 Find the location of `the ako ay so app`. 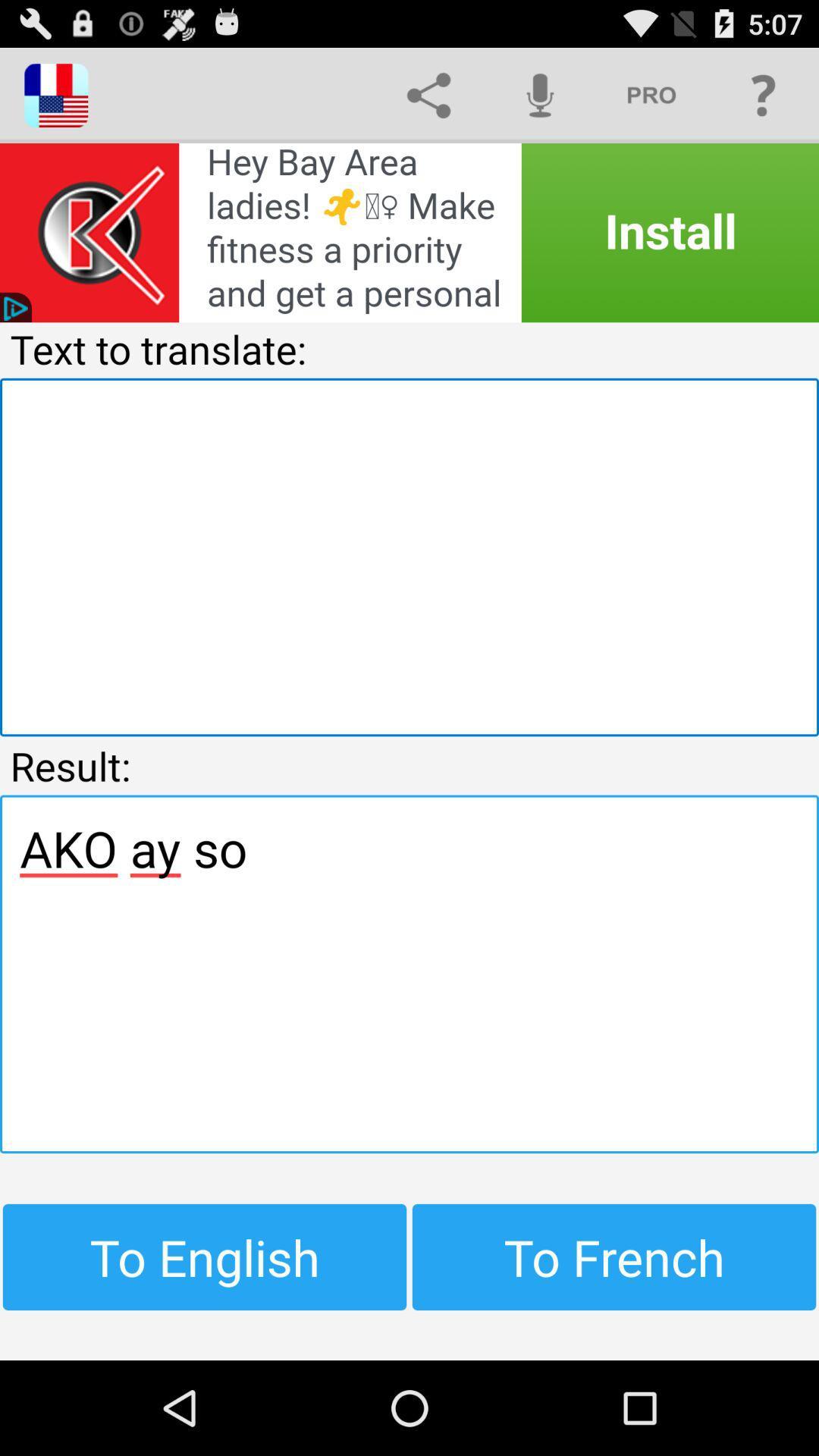

the ako ay so app is located at coordinates (409, 974).